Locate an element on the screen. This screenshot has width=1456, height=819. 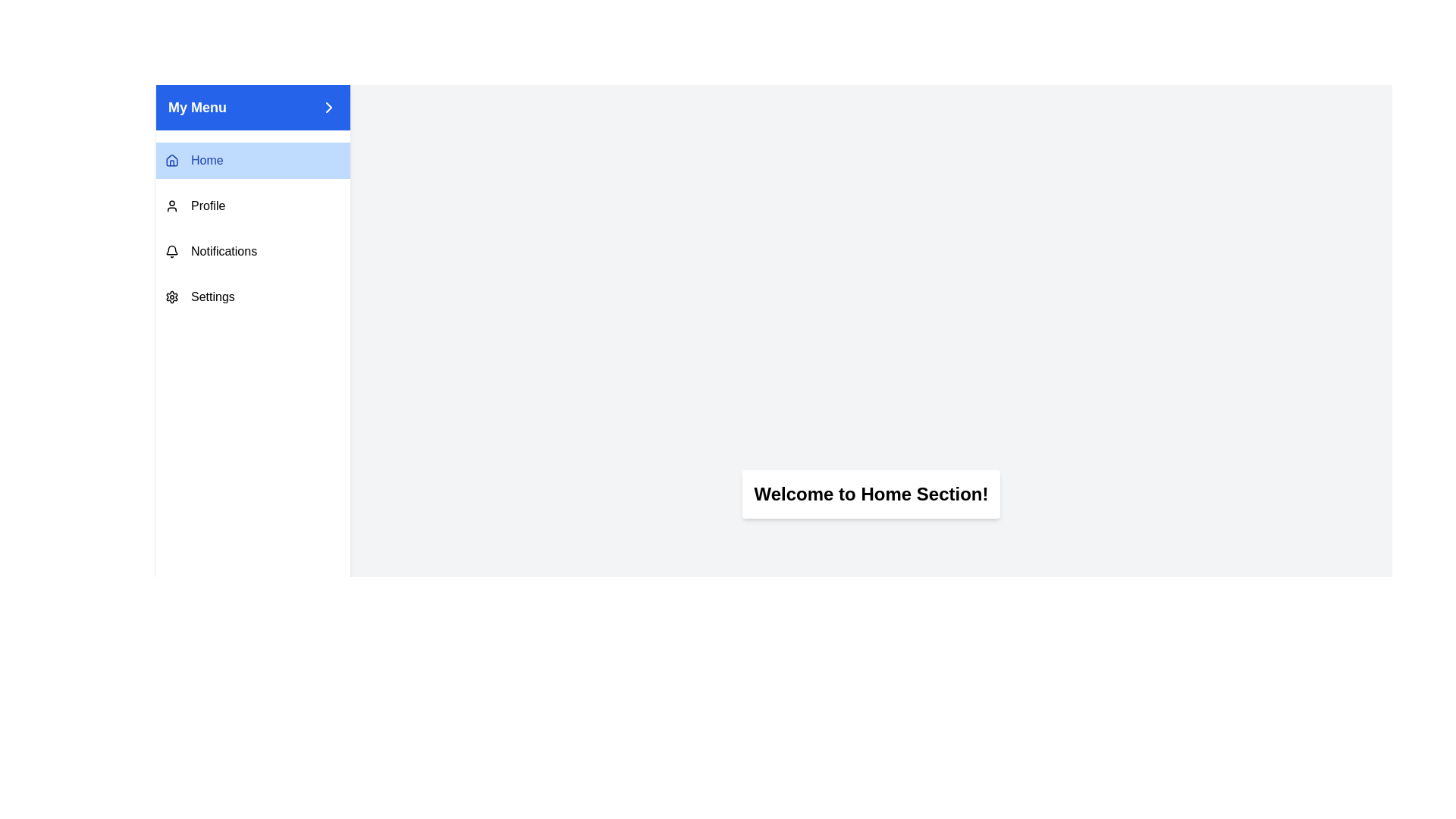
the 'Home' button located in the left sidebar, which is the first item above 'Profile', 'Notifications', and 'Settings' is located at coordinates (253, 161).